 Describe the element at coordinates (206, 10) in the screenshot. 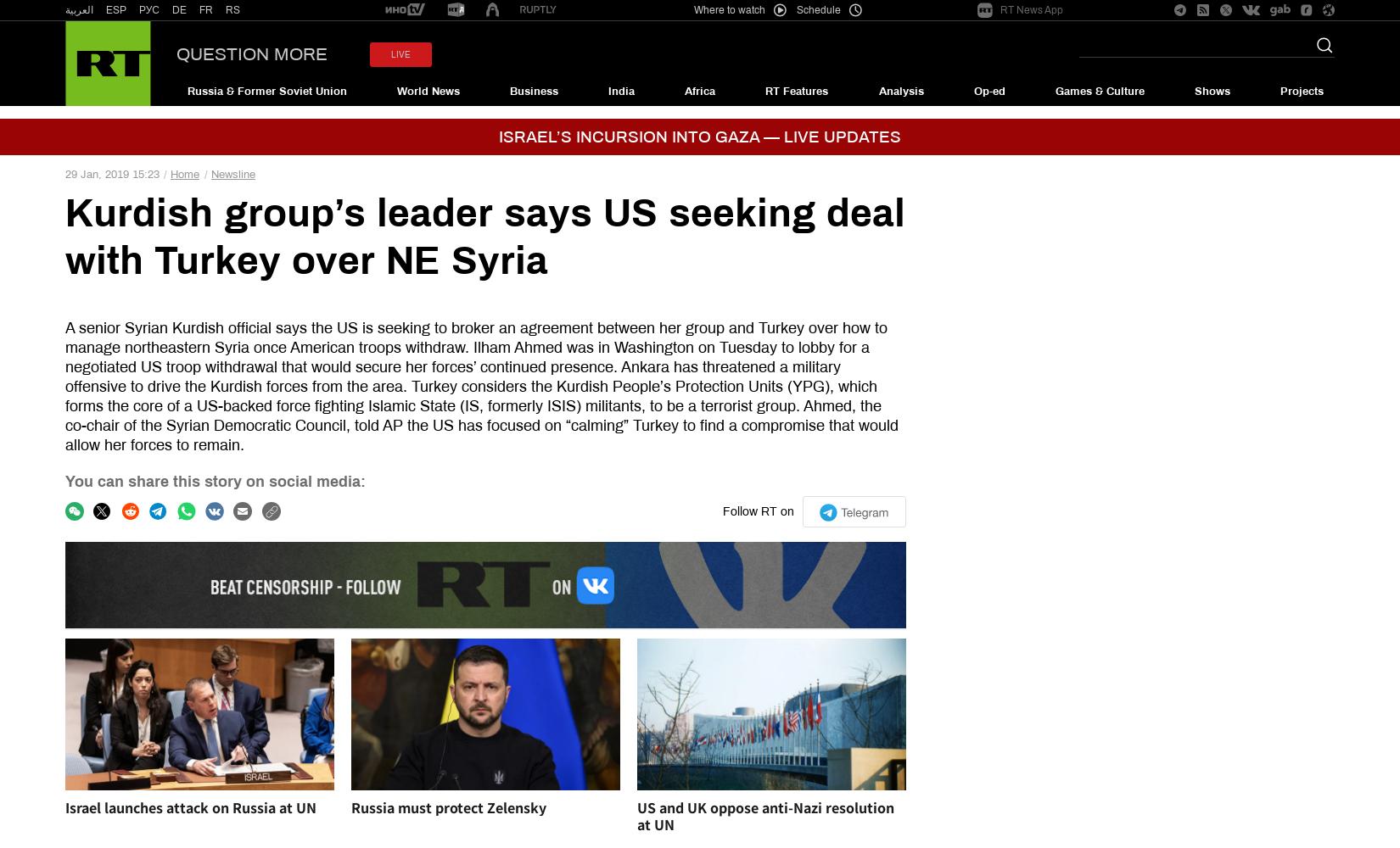

I see `'FR'` at that location.